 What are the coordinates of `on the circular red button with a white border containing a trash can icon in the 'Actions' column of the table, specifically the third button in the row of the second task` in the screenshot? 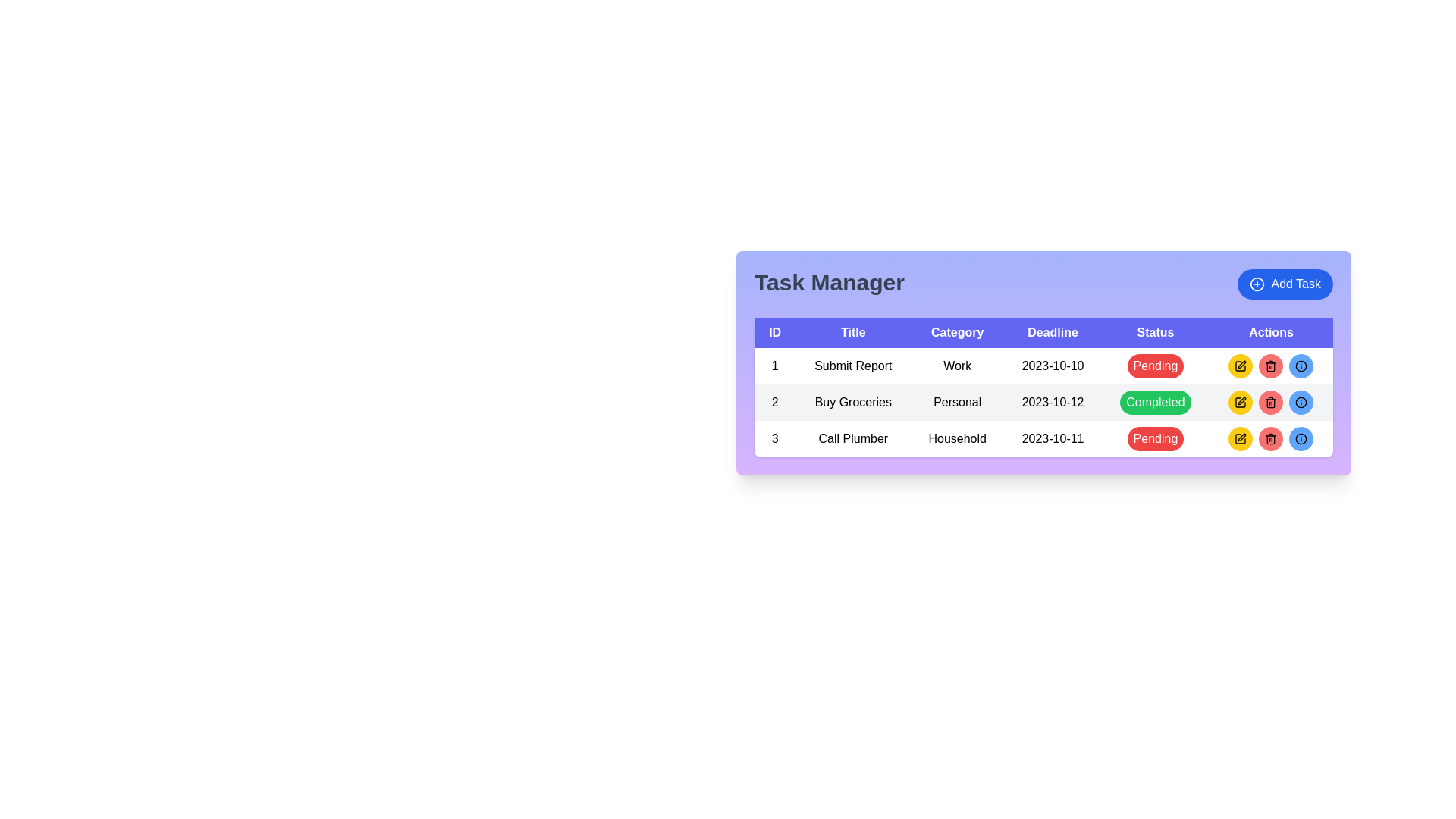 It's located at (1271, 402).